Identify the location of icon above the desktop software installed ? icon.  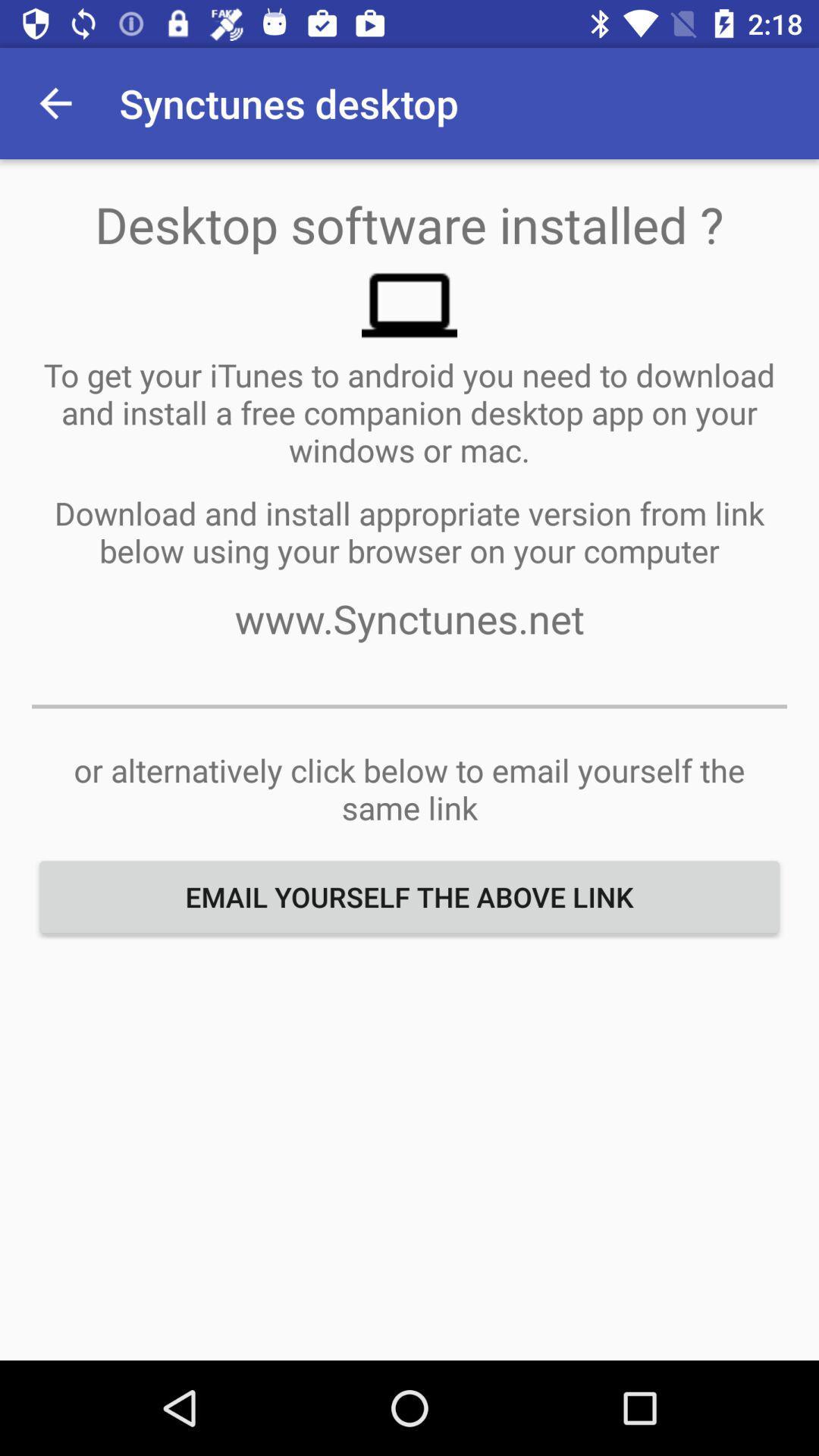
(55, 102).